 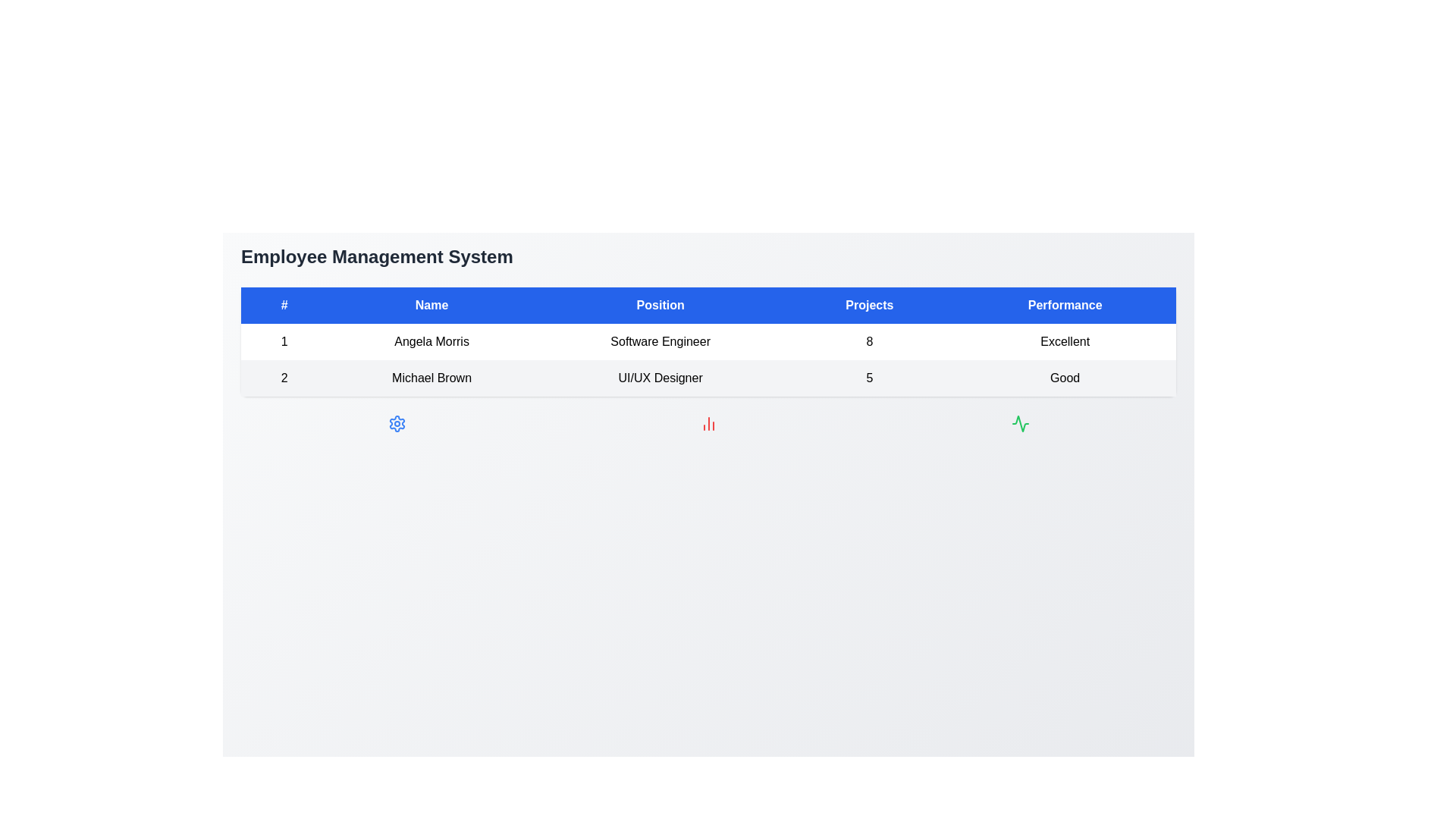 I want to click on the leftmost gear icon button, which is styled in blue and represents settings or configuration options, so click(x=397, y=424).